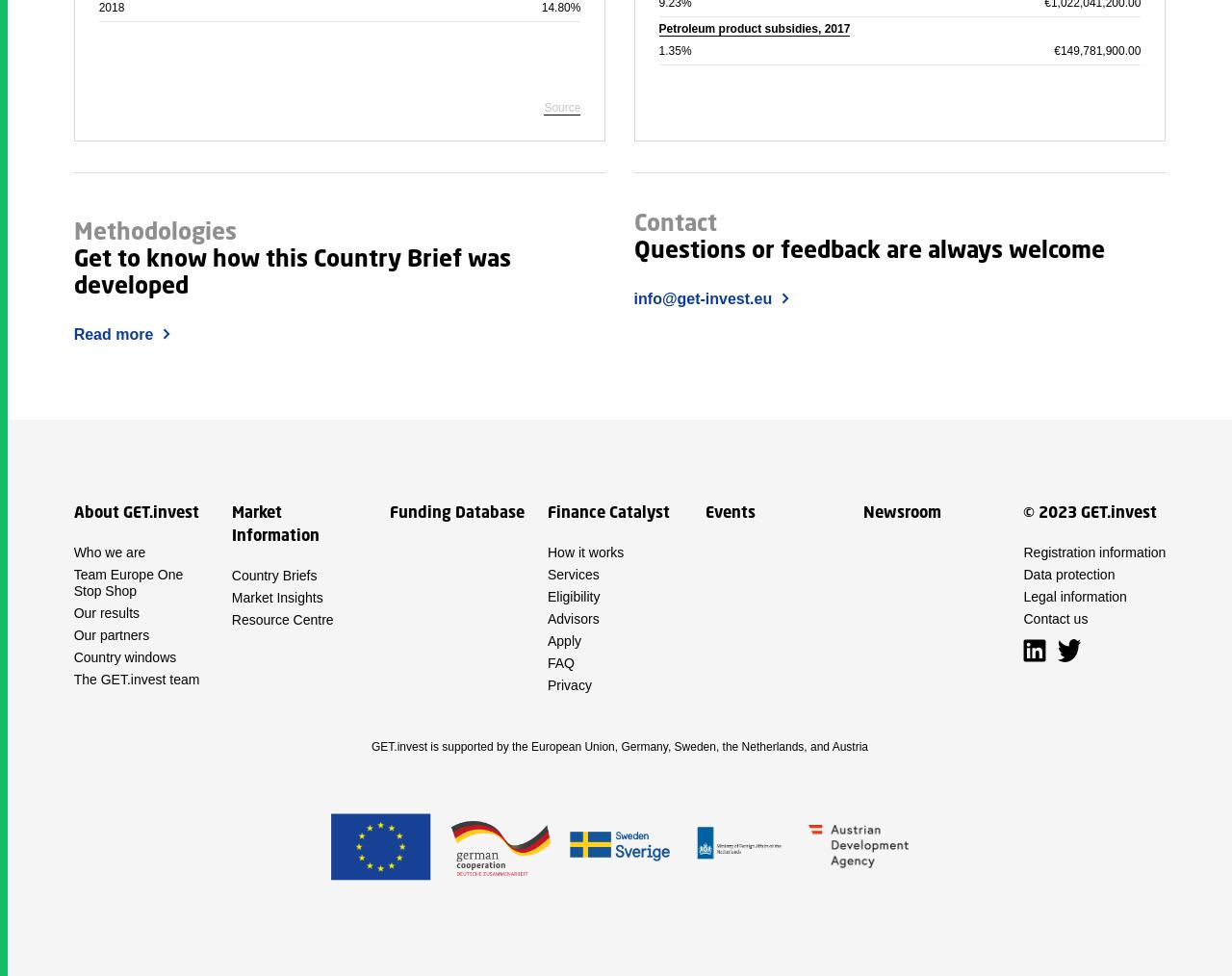 The width and height of the screenshot is (1232, 976). I want to click on 'Country Briefs', so click(272, 575).